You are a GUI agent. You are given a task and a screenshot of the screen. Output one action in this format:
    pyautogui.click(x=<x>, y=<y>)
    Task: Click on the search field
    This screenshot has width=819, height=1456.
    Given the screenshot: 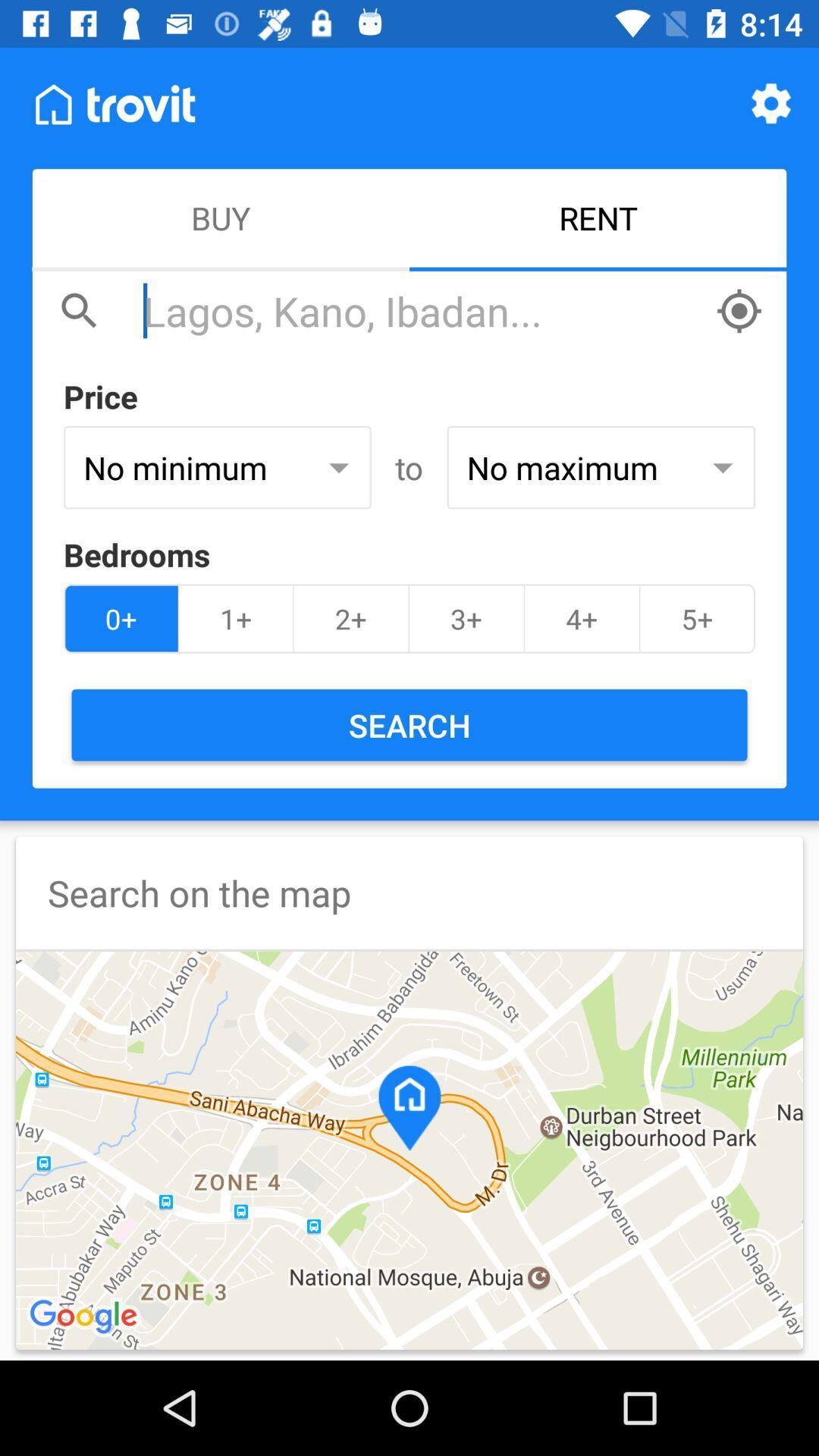 What is the action you would take?
    pyautogui.click(x=421, y=310)
    